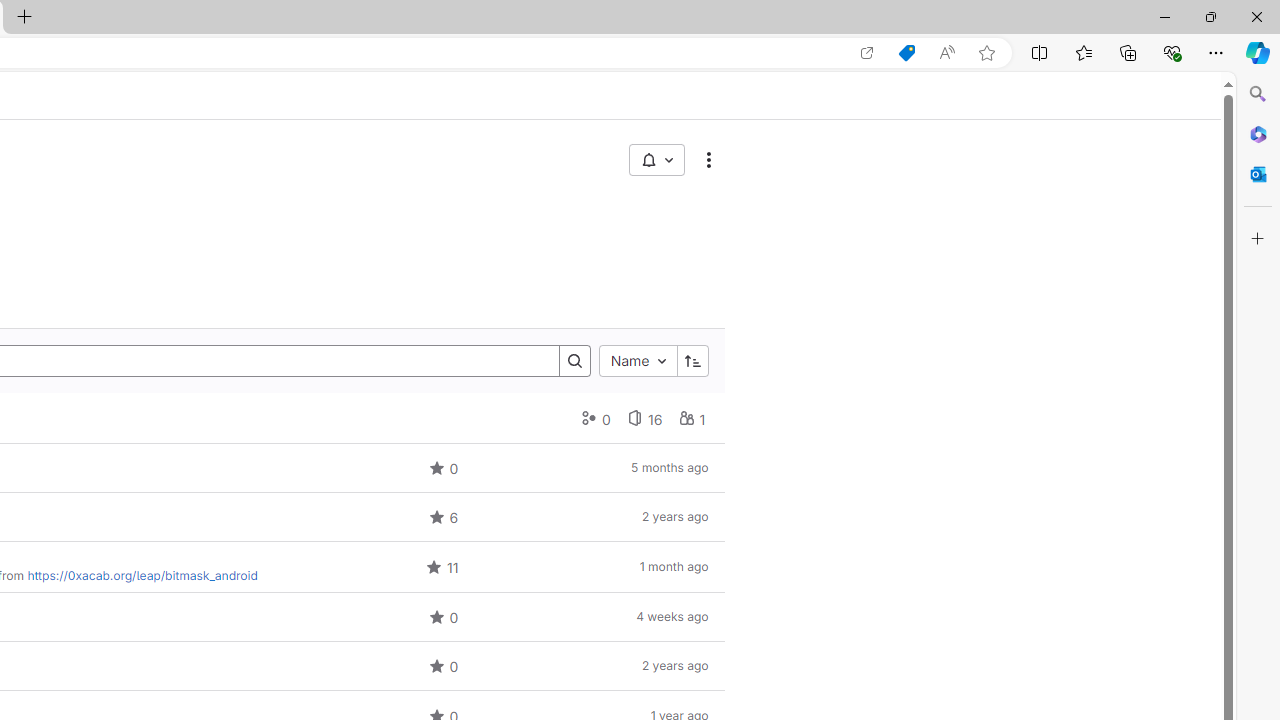  What do you see at coordinates (708, 158) in the screenshot?
I see `'More actions'` at bounding box center [708, 158].